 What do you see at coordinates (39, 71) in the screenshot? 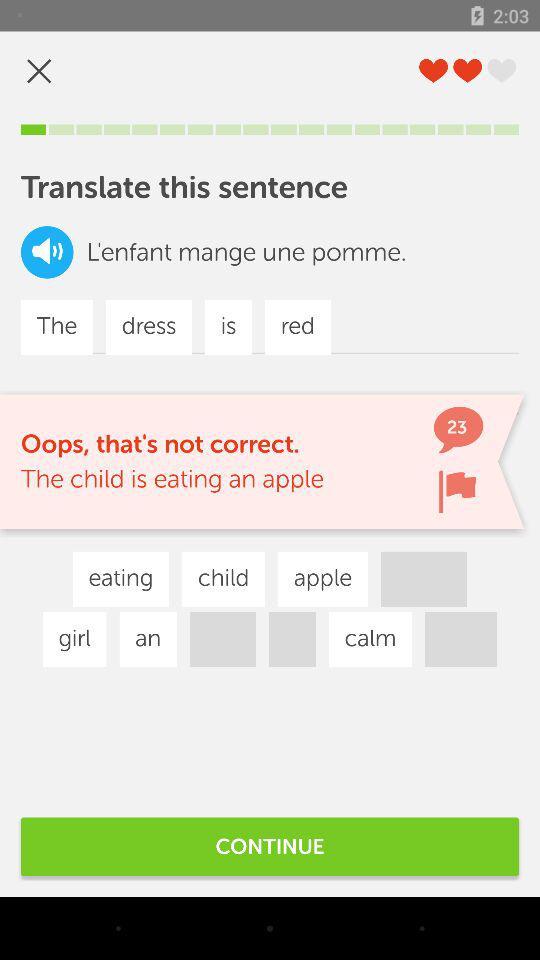
I see `the close icon` at bounding box center [39, 71].